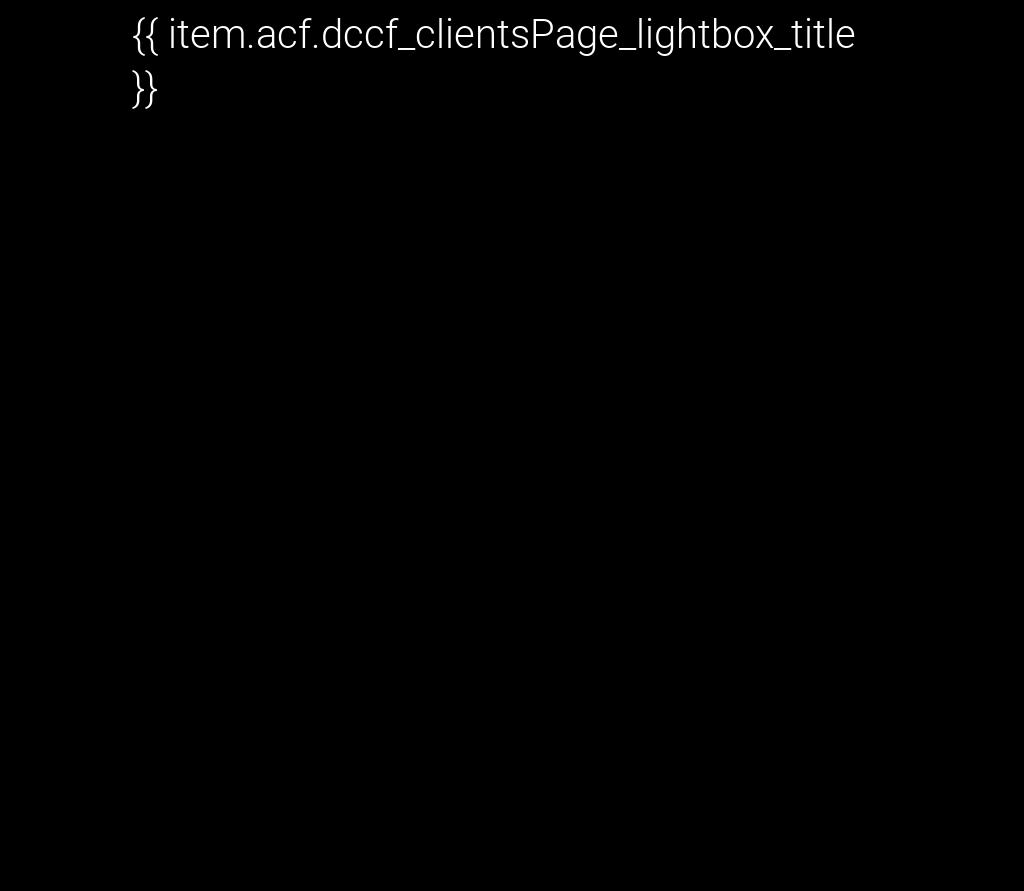  Describe the element at coordinates (31, 440) in the screenshot. I see `'To read more from'` at that location.